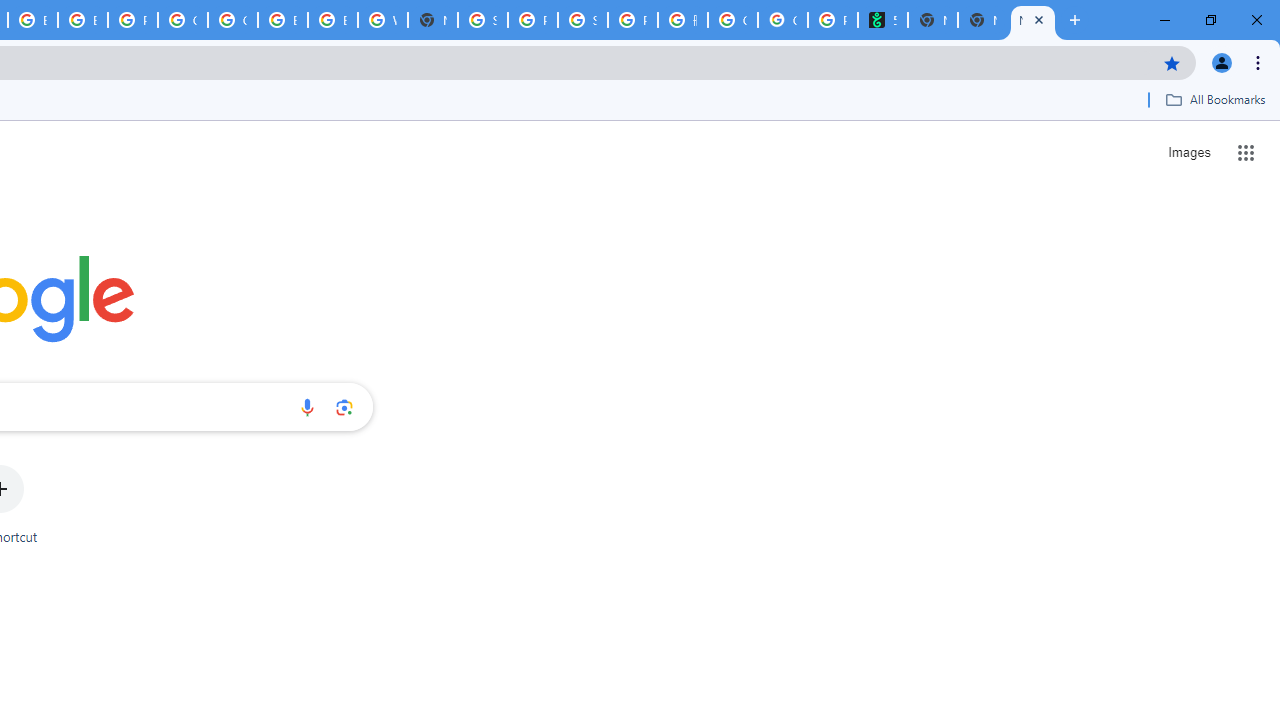 This screenshot has width=1280, height=720. I want to click on 'New Tab', so click(983, 20).